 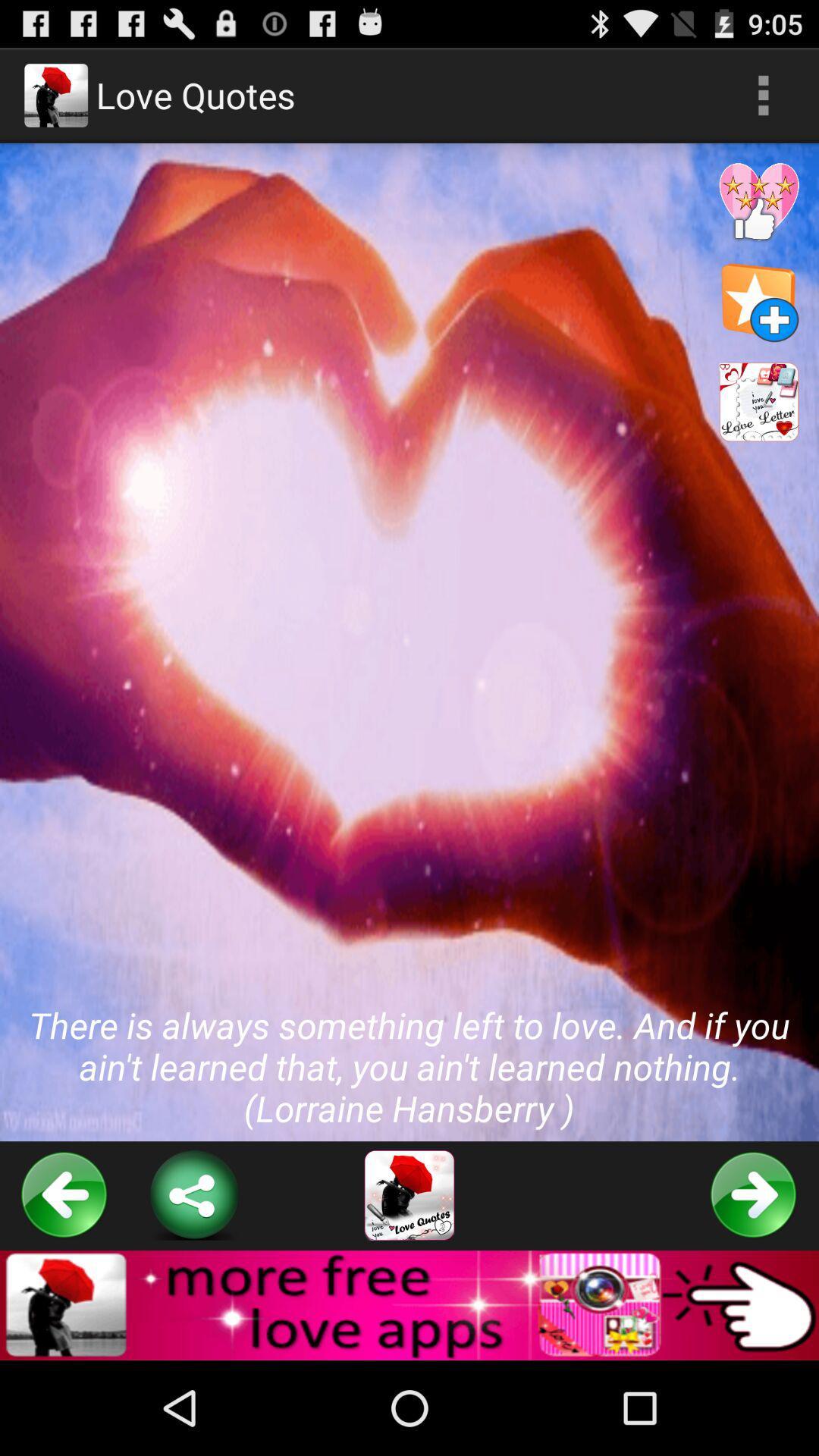 I want to click on icon above there is always button, so click(x=763, y=94).